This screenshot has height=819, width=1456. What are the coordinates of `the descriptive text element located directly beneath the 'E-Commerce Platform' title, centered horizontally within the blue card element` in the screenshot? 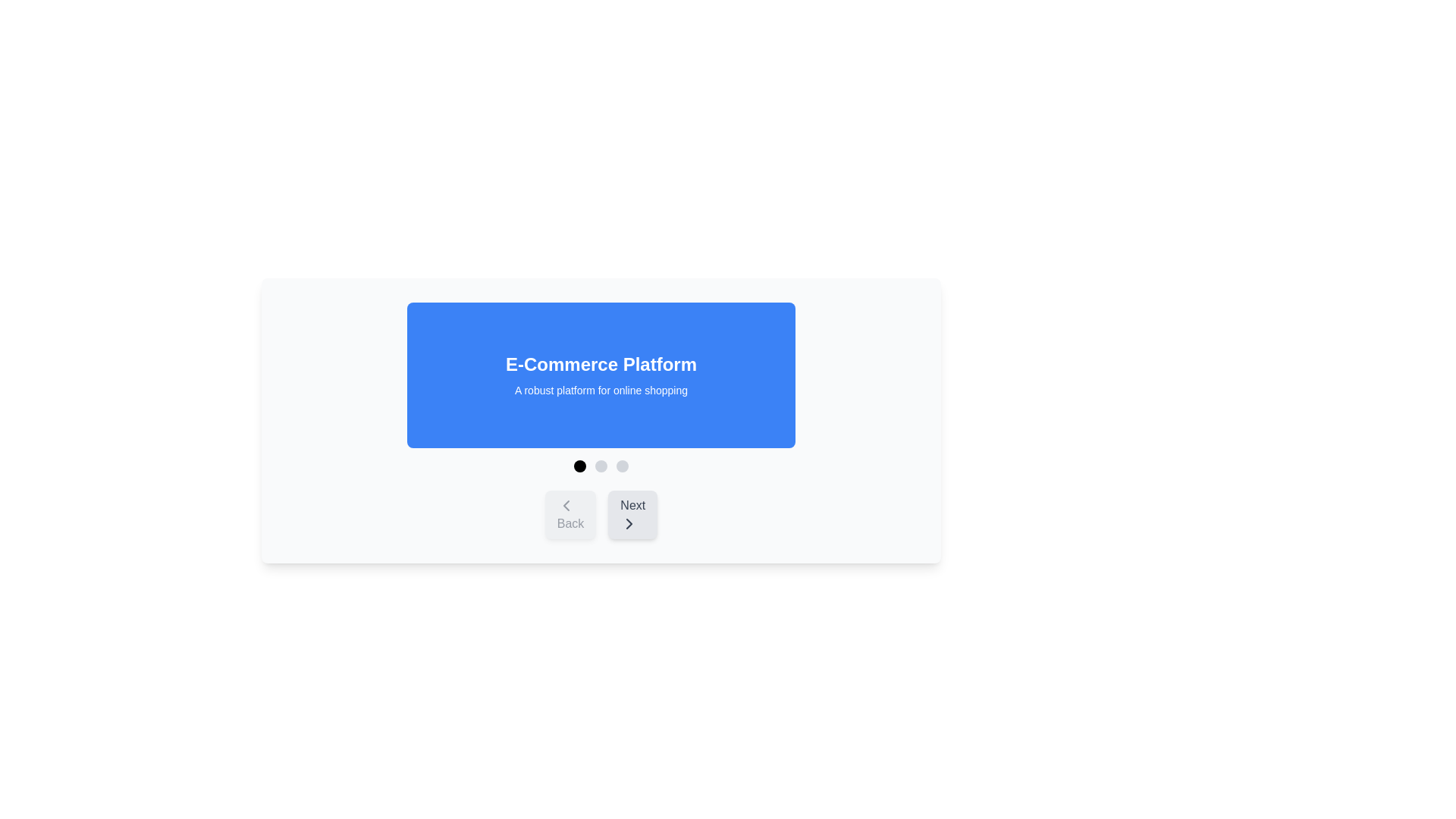 It's located at (600, 390).